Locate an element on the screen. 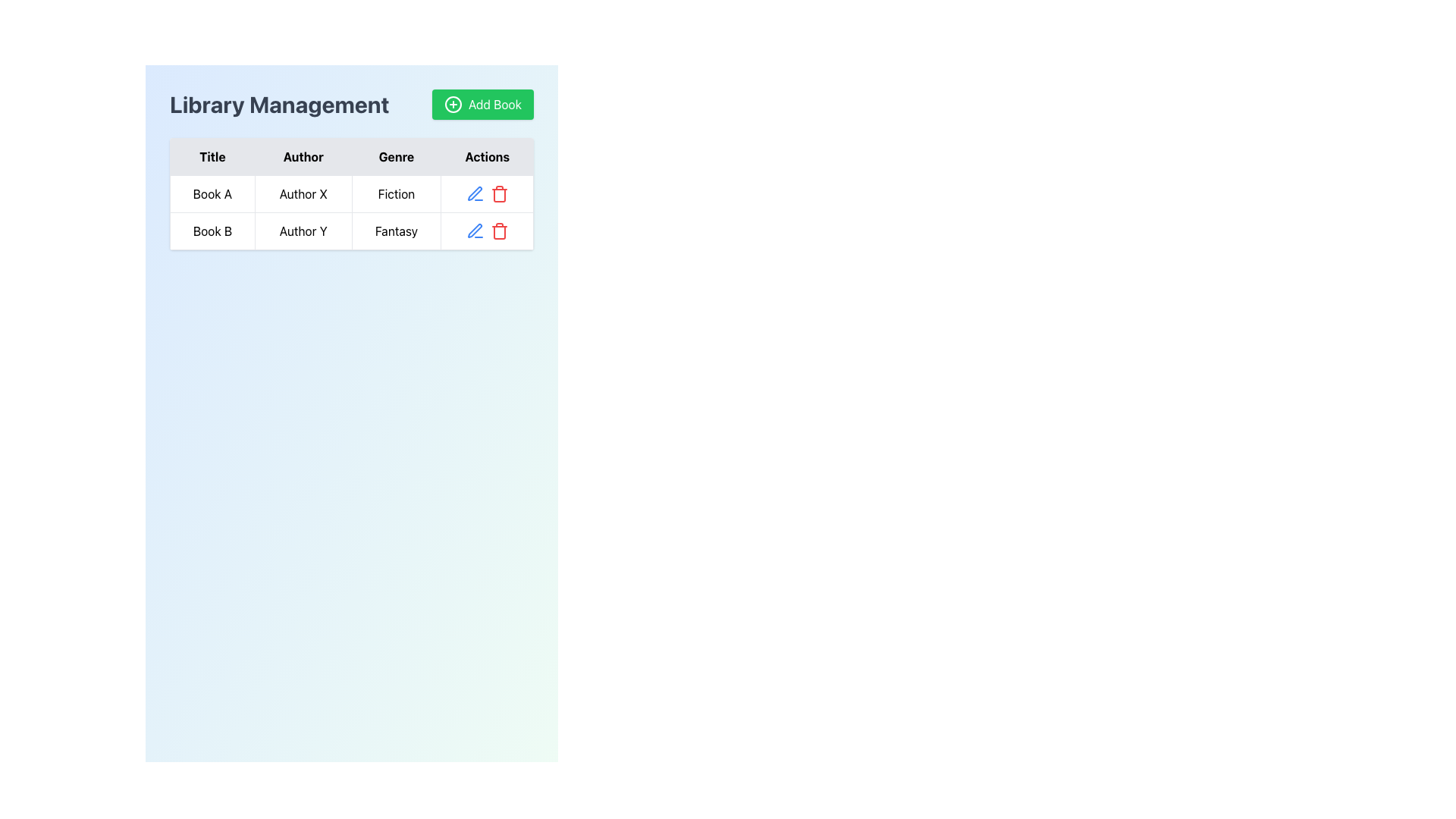 The width and height of the screenshot is (1456, 819). the deletion icon located in the second row of the 'Actions' column, to the right of the genre 'Fantasy' is located at coordinates (499, 193).